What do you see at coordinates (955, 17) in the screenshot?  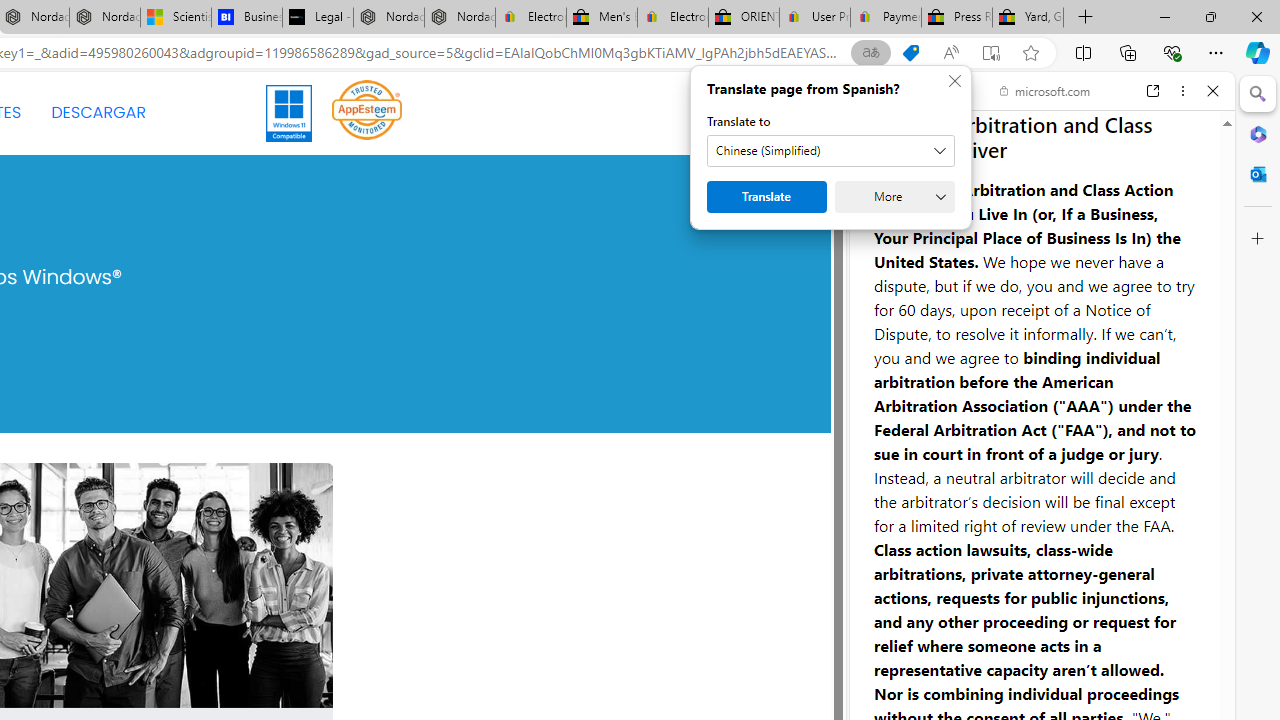 I see `'Press Room - eBay Inc.'` at bounding box center [955, 17].